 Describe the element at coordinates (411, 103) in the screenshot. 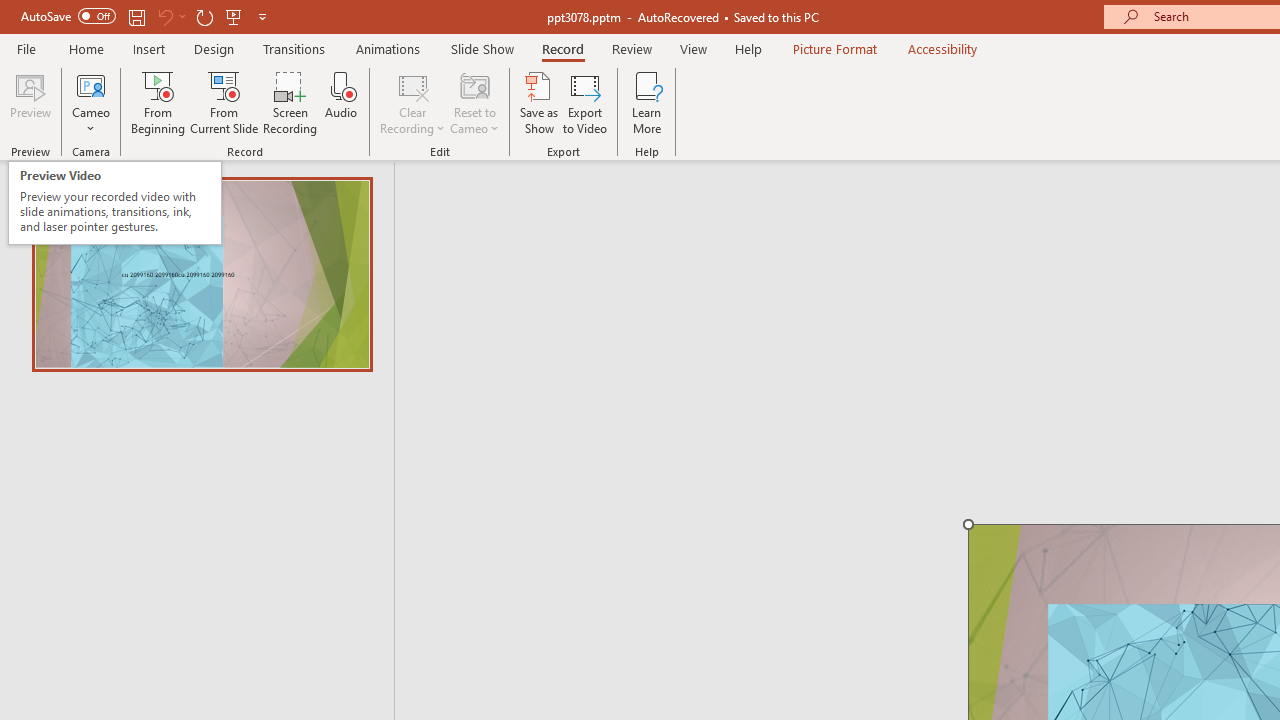

I see `'Clear Recording'` at that location.